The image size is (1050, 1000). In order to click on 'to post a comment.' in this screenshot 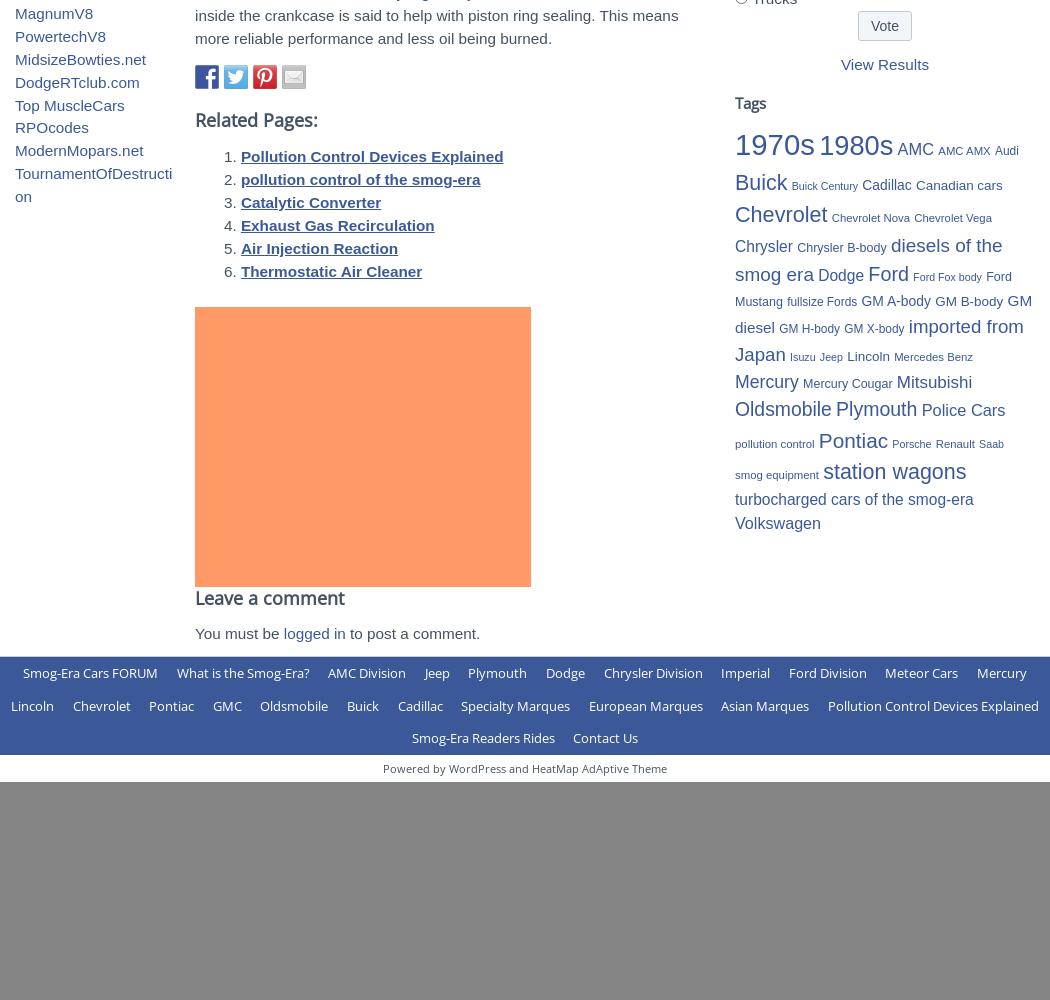, I will do `click(412, 633)`.